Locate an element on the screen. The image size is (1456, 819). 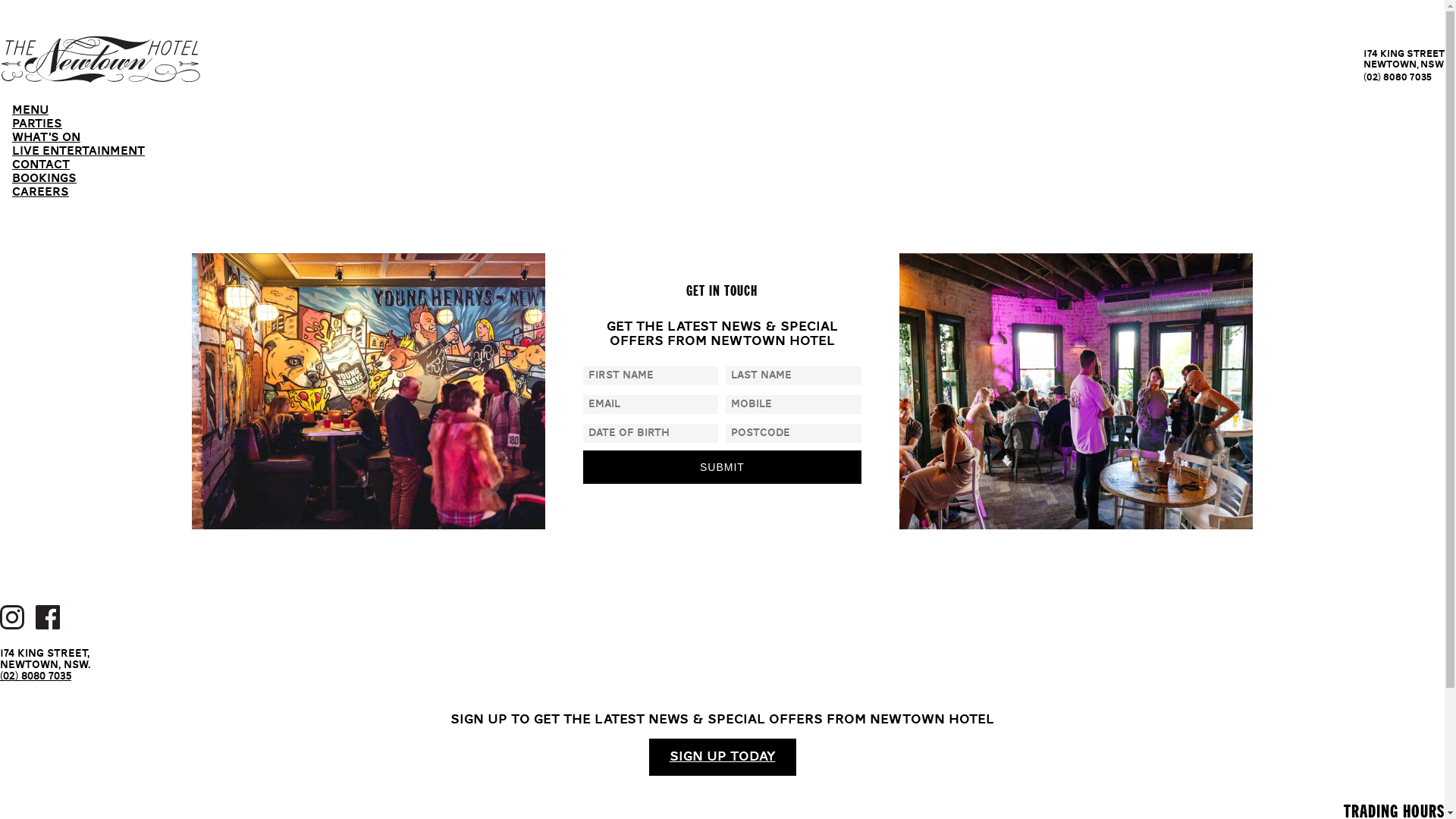
'LIVE ENTERTAINMENT' is located at coordinates (77, 152).